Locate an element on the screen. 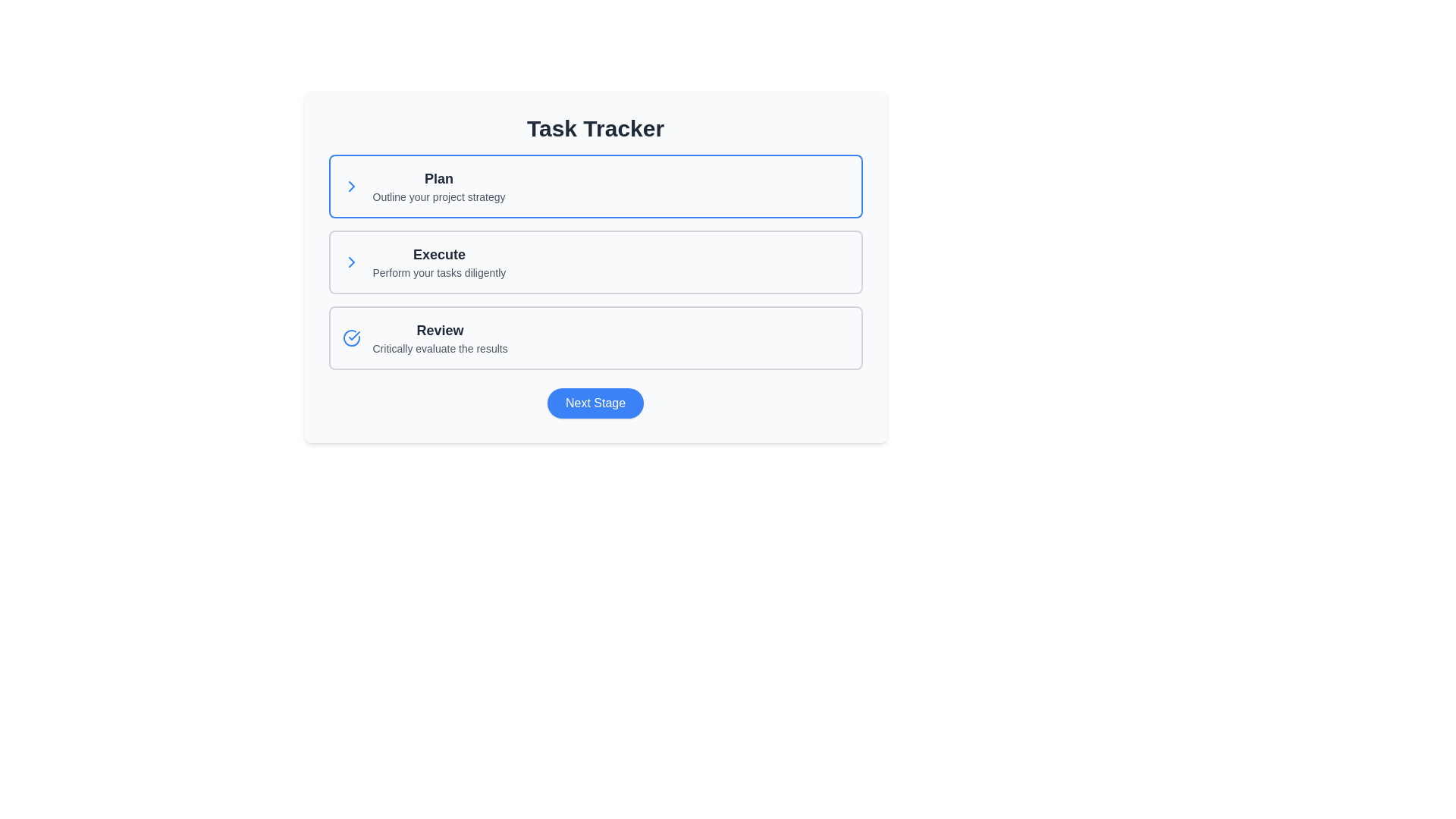  the chevron icon, a small triangular arrow pointing to the right, located within the second list item labeled 'Execute Perform your tasks diligently' is located at coordinates (350, 186).